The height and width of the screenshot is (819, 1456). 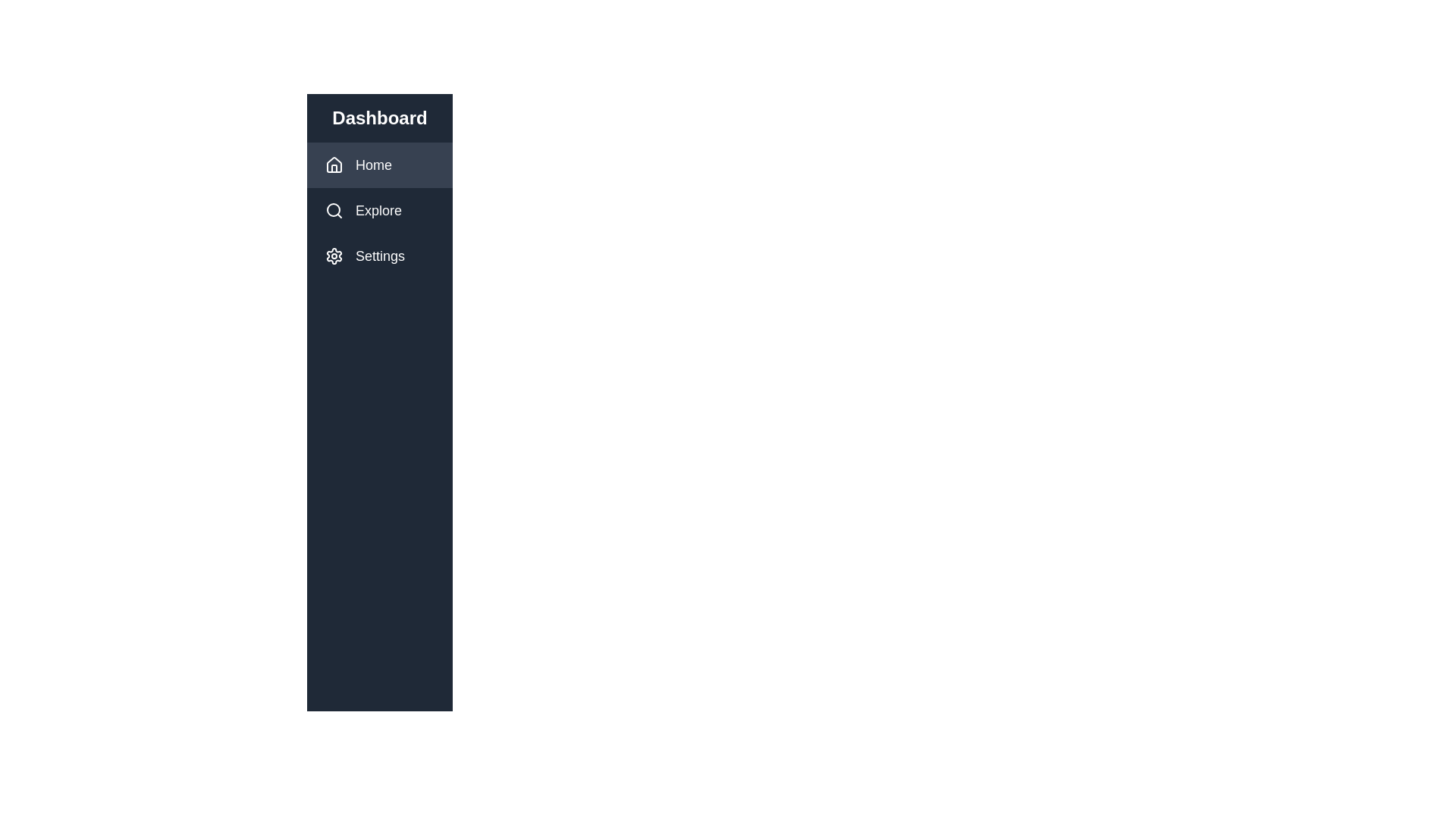 What do you see at coordinates (379, 117) in the screenshot?
I see `the Text Label located at the top of the vertical sidebar menu, which indicates the current section or context of the interface` at bounding box center [379, 117].